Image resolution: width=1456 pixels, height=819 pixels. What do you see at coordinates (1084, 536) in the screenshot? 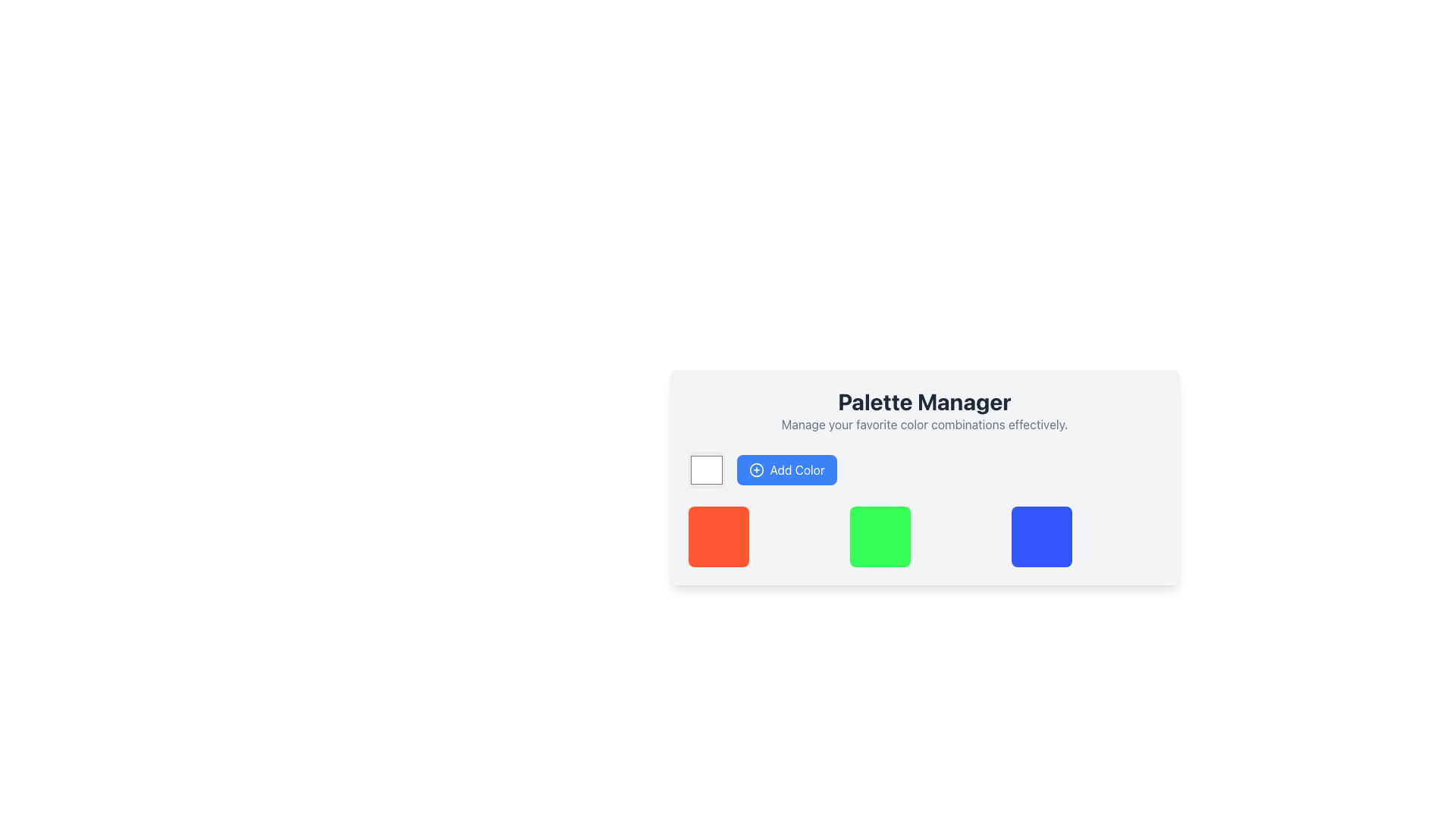
I see `the color block on the far right side of the grid row under 'Palette Manager'` at bounding box center [1084, 536].